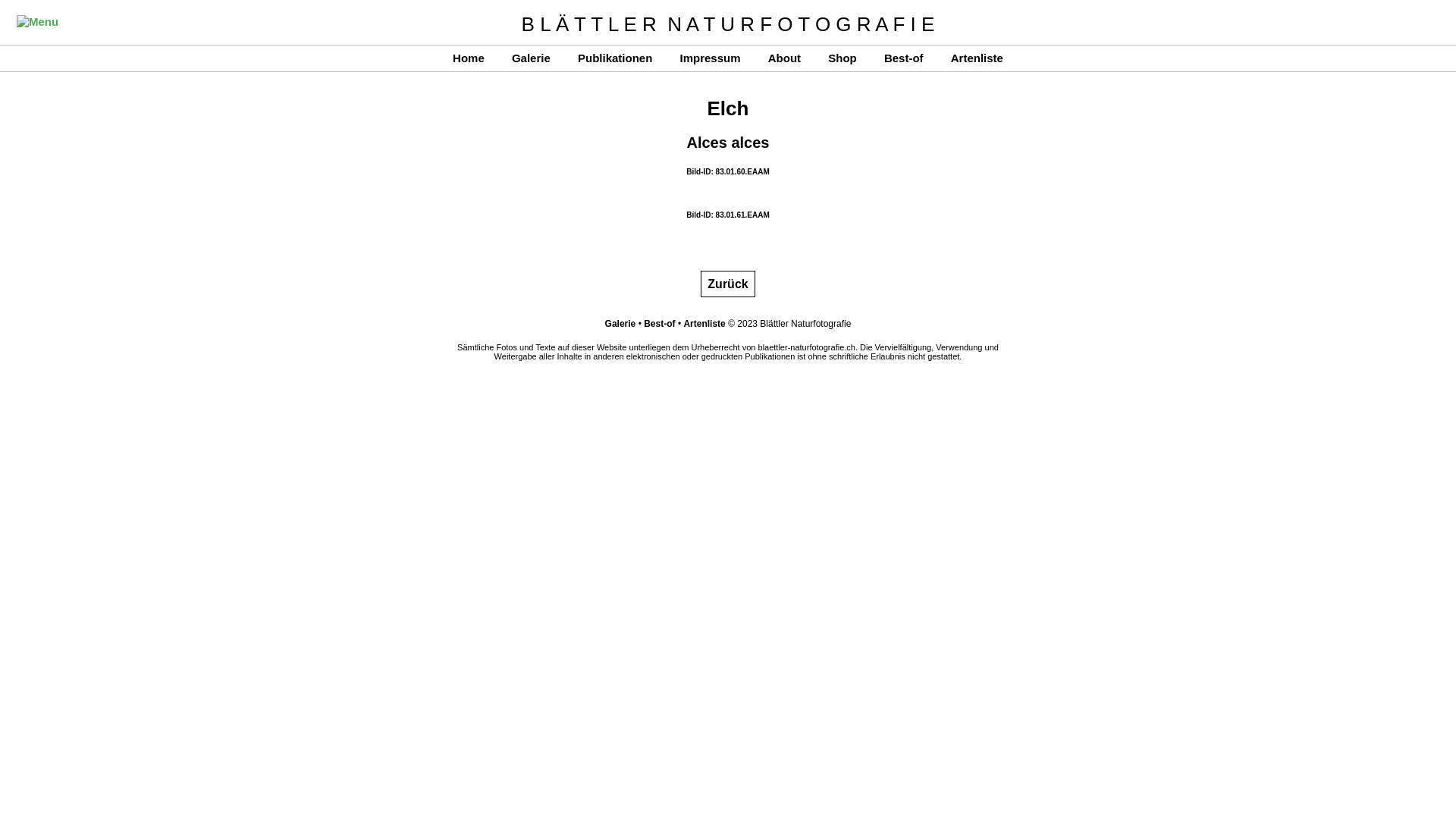  What do you see at coordinates (620, 323) in the screenshot?
I see `'Galerie'` at bounding box center [620, 323].